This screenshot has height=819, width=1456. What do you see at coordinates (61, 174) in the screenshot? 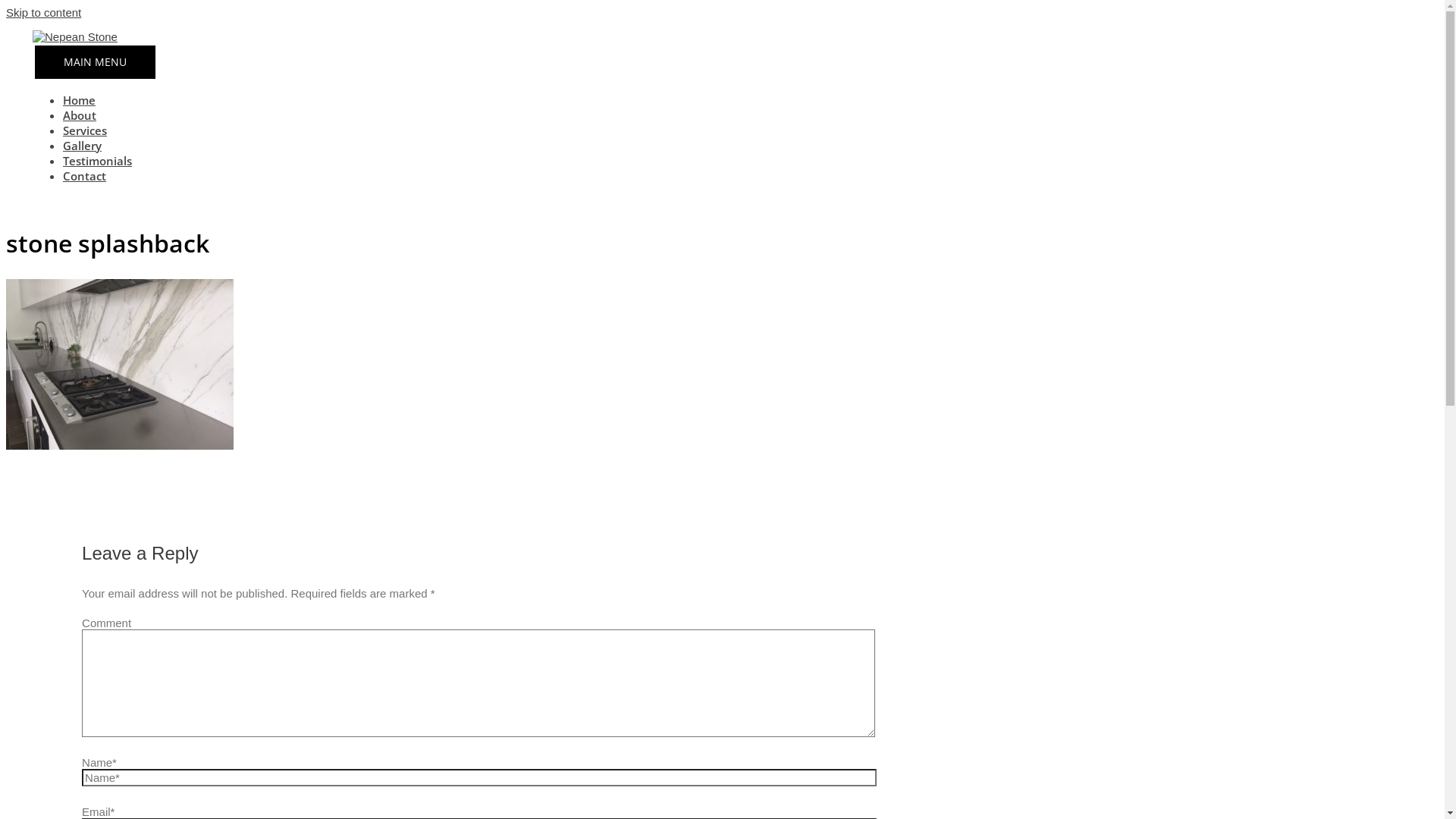
I see `'Contact'` at bounding box center [61, 174].